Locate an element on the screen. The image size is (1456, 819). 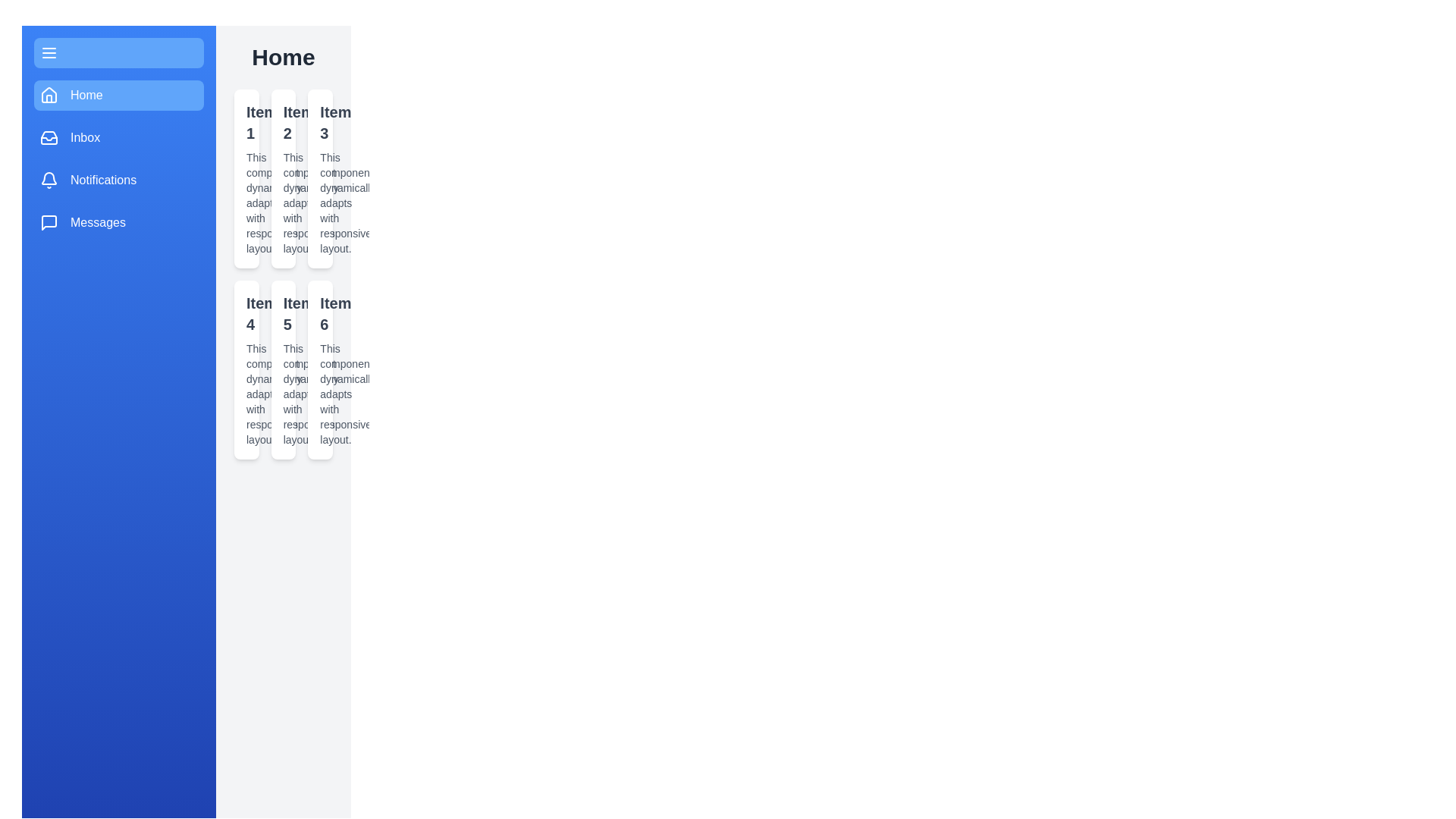
the House symbol icon located in the vertical sidebar is located at coordinates (49, 96).